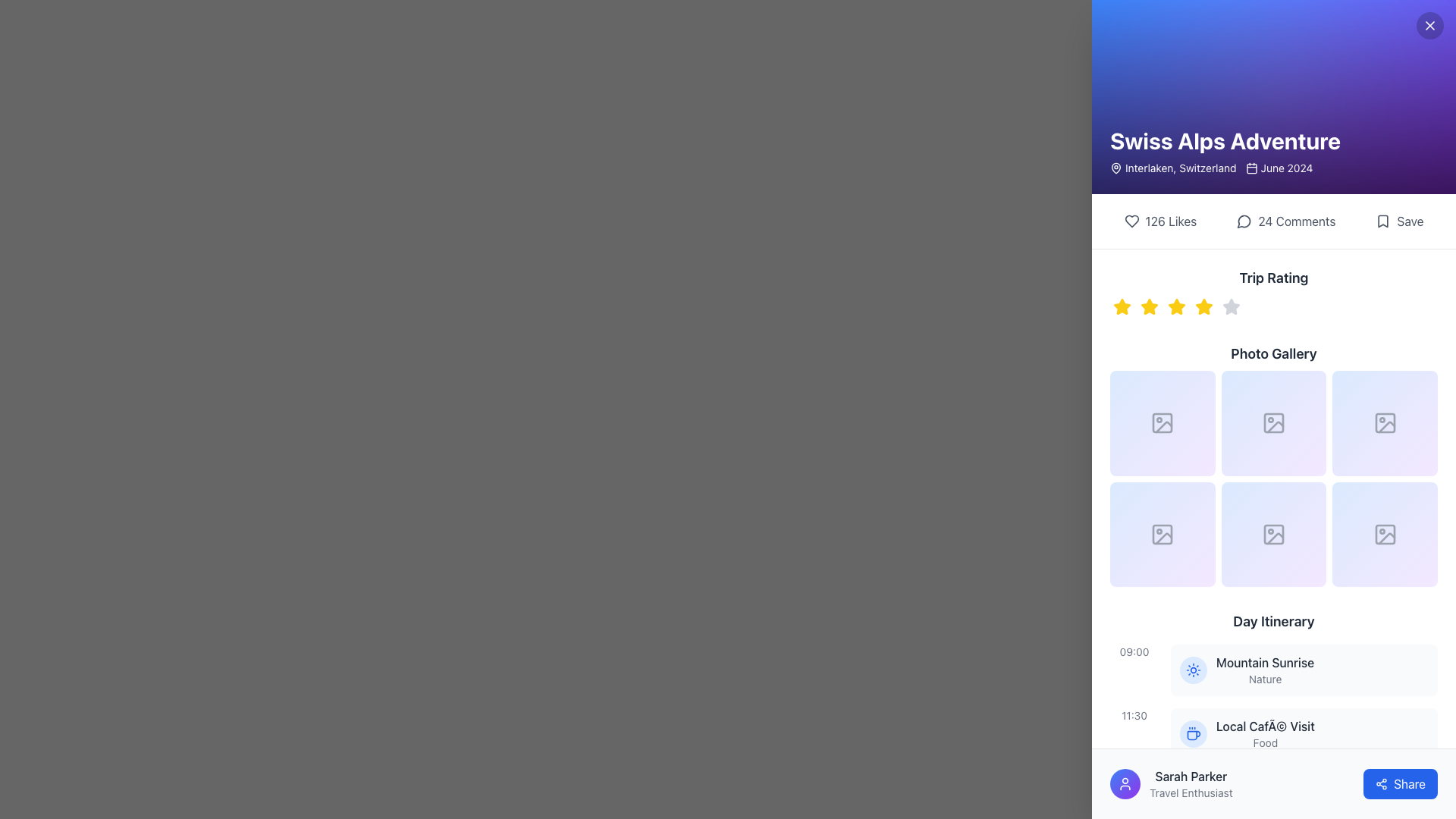 The width and height of the screenshot is (1456, 819). I want to click on the image placeholder in the top-right position of the 3x3 grid in the 'Photo Gallery' section, so click(1385, 423).